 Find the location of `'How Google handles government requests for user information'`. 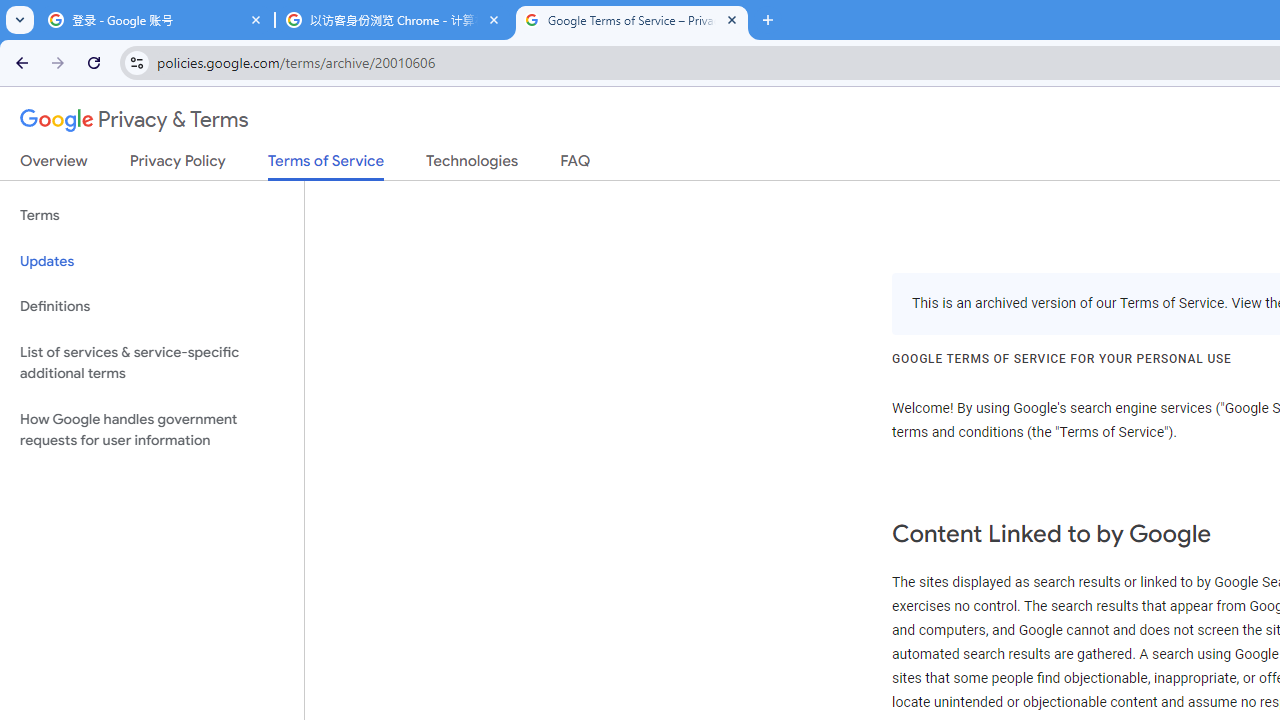

'How Google handles government requests for user information' is located at coordinates (151, 428).